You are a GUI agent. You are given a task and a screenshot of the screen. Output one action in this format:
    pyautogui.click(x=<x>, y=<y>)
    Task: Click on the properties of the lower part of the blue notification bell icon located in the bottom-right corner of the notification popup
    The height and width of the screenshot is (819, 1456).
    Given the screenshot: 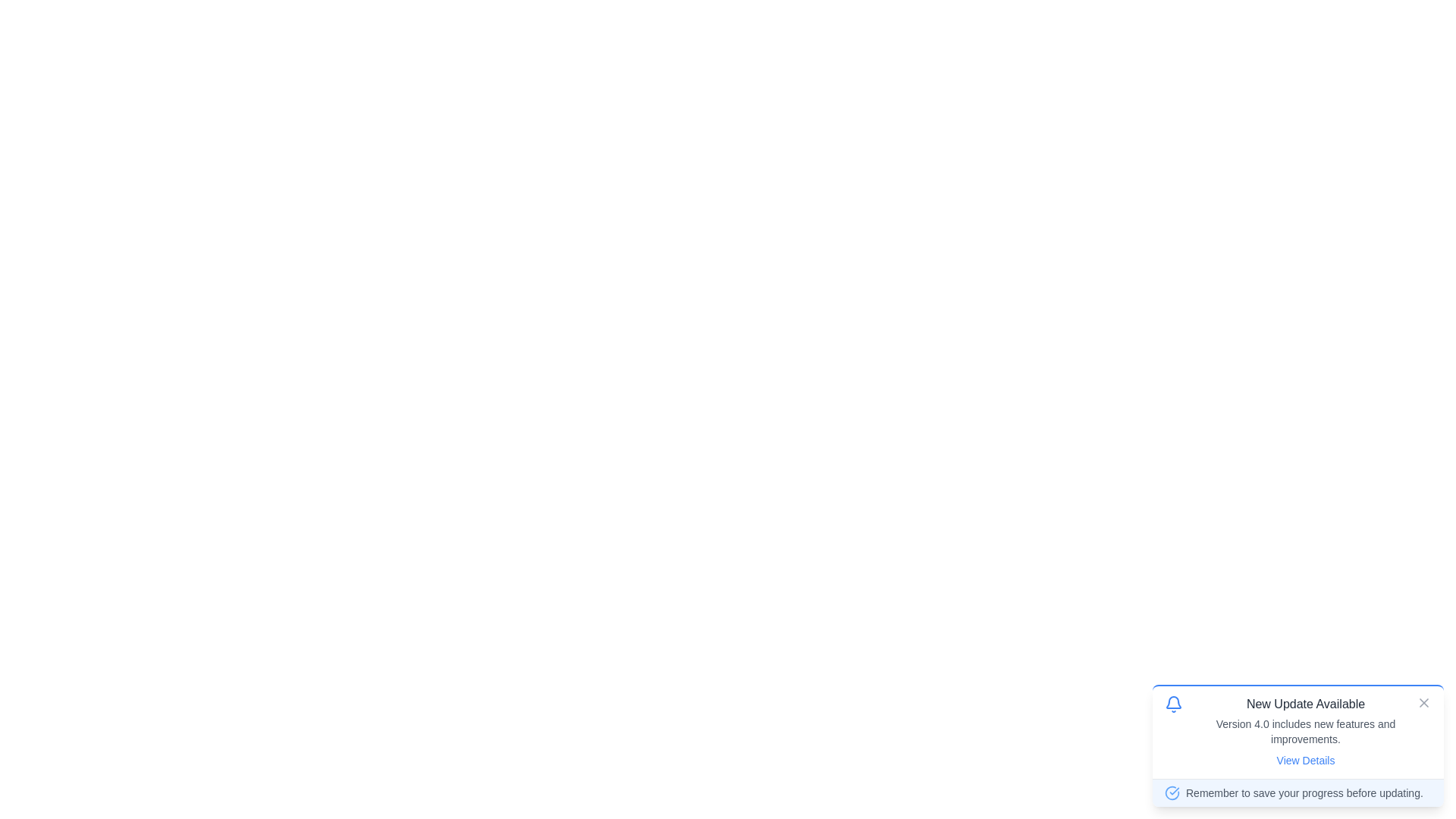 What is the action you would take?
    pyautogui.click(x=1173, y=702)
    